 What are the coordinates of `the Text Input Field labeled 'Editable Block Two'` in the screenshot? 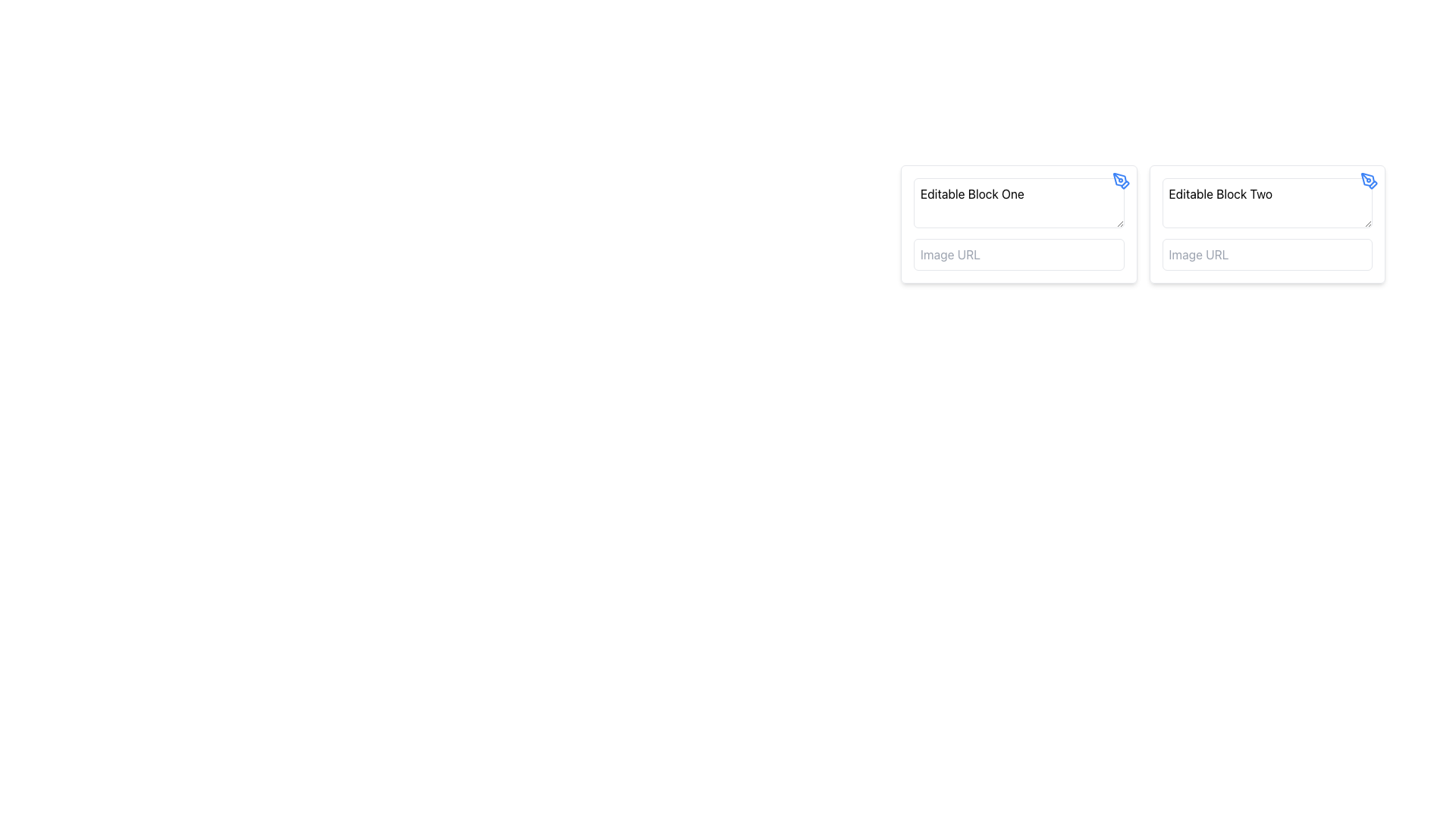 It's located at (1267, 202).